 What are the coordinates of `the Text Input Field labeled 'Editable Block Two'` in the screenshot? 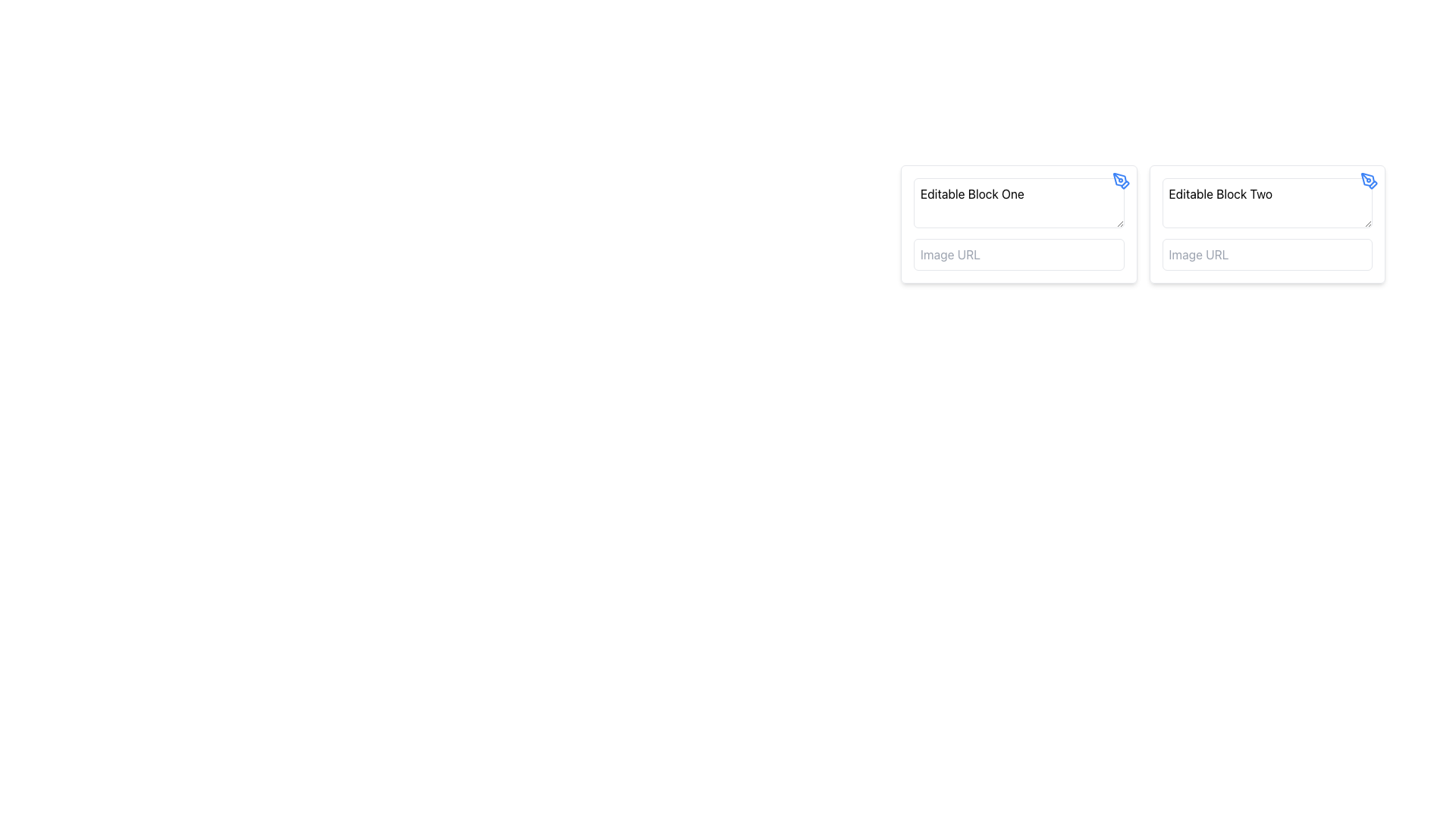 It's located at (1267, 202).